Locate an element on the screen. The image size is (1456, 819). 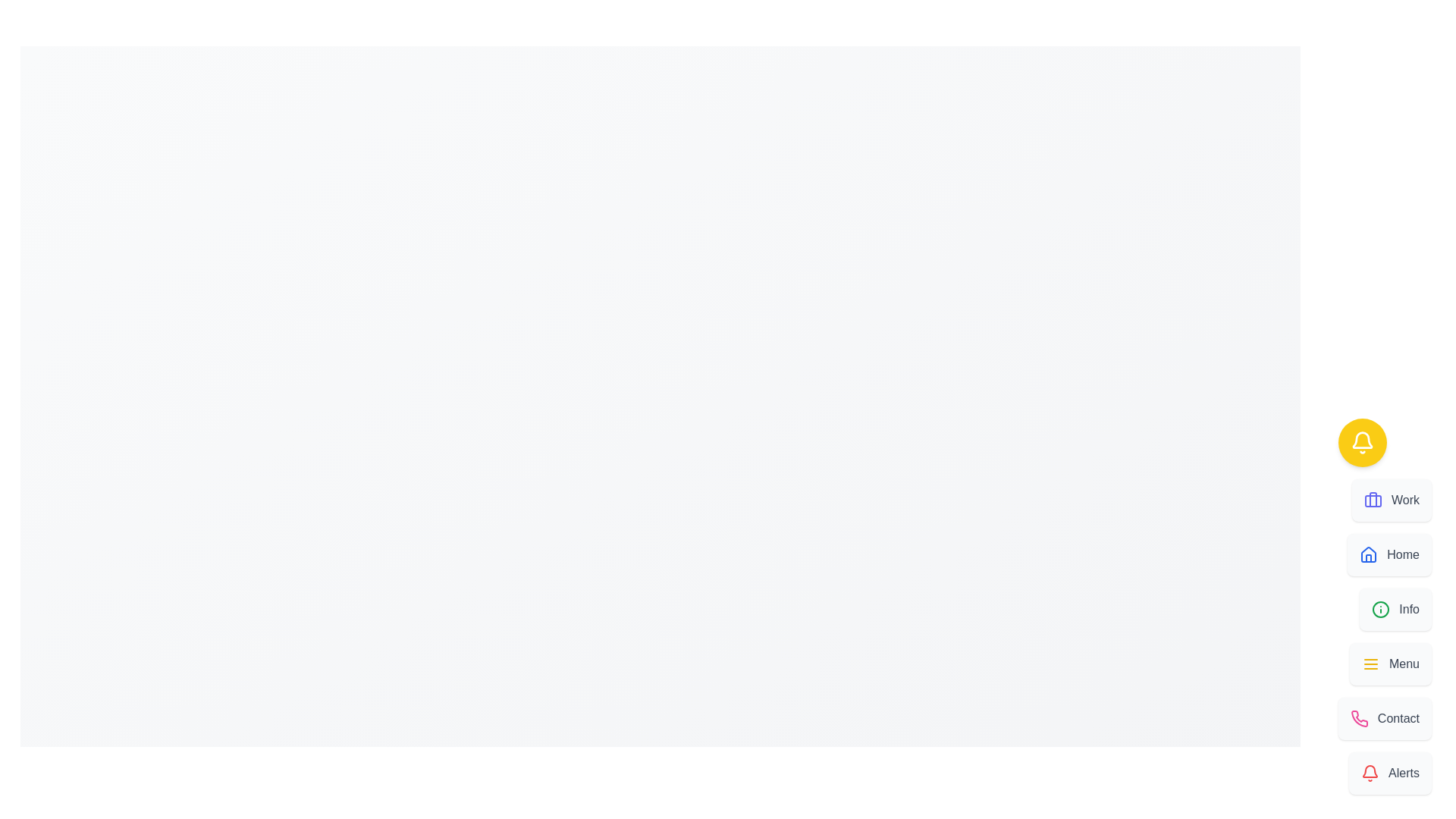
the option Menu from the Speed Dial menu is located at coordinates (1390, 663).